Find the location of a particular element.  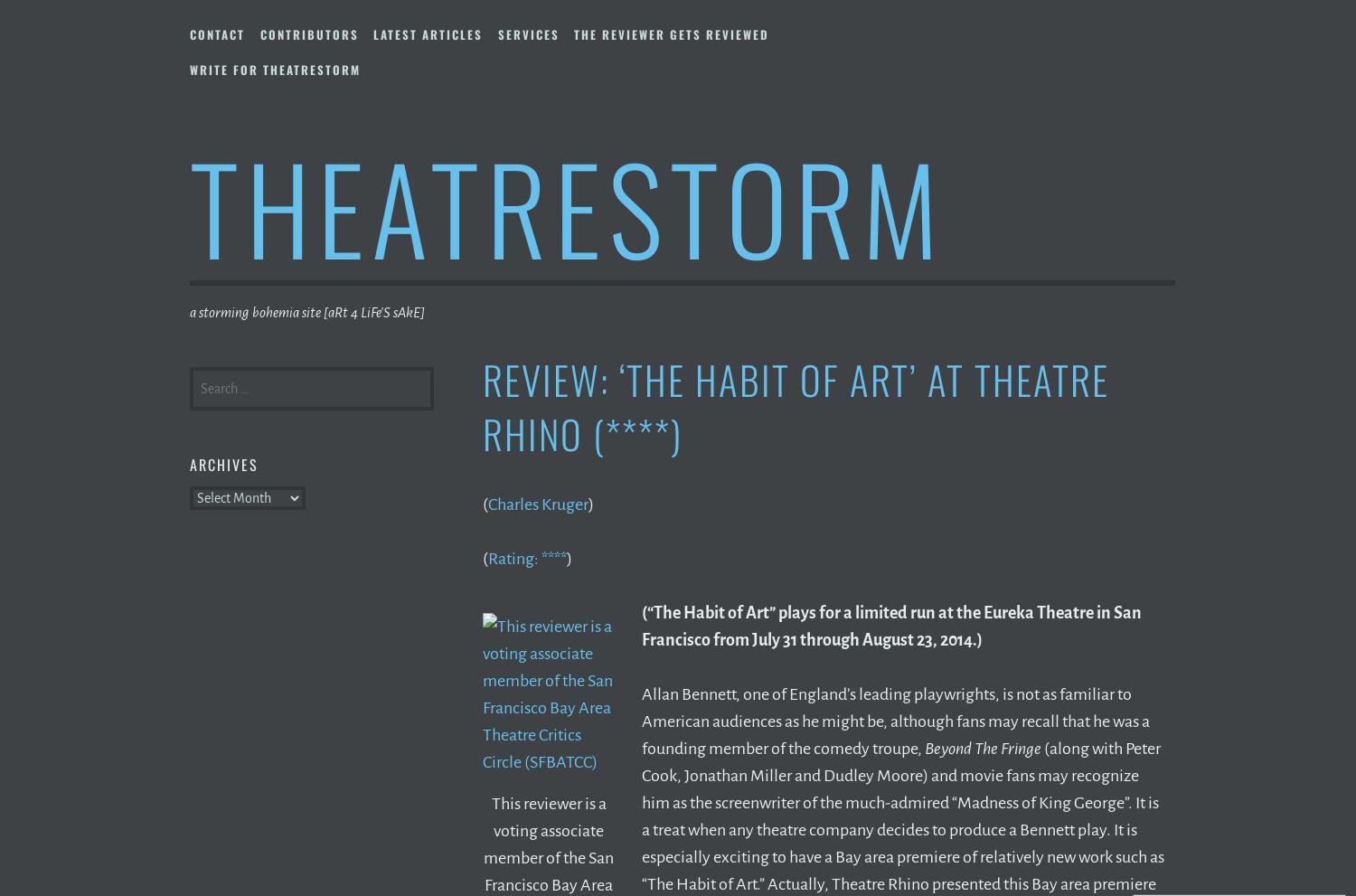

'Archives' is located at coordinates (222, 465).